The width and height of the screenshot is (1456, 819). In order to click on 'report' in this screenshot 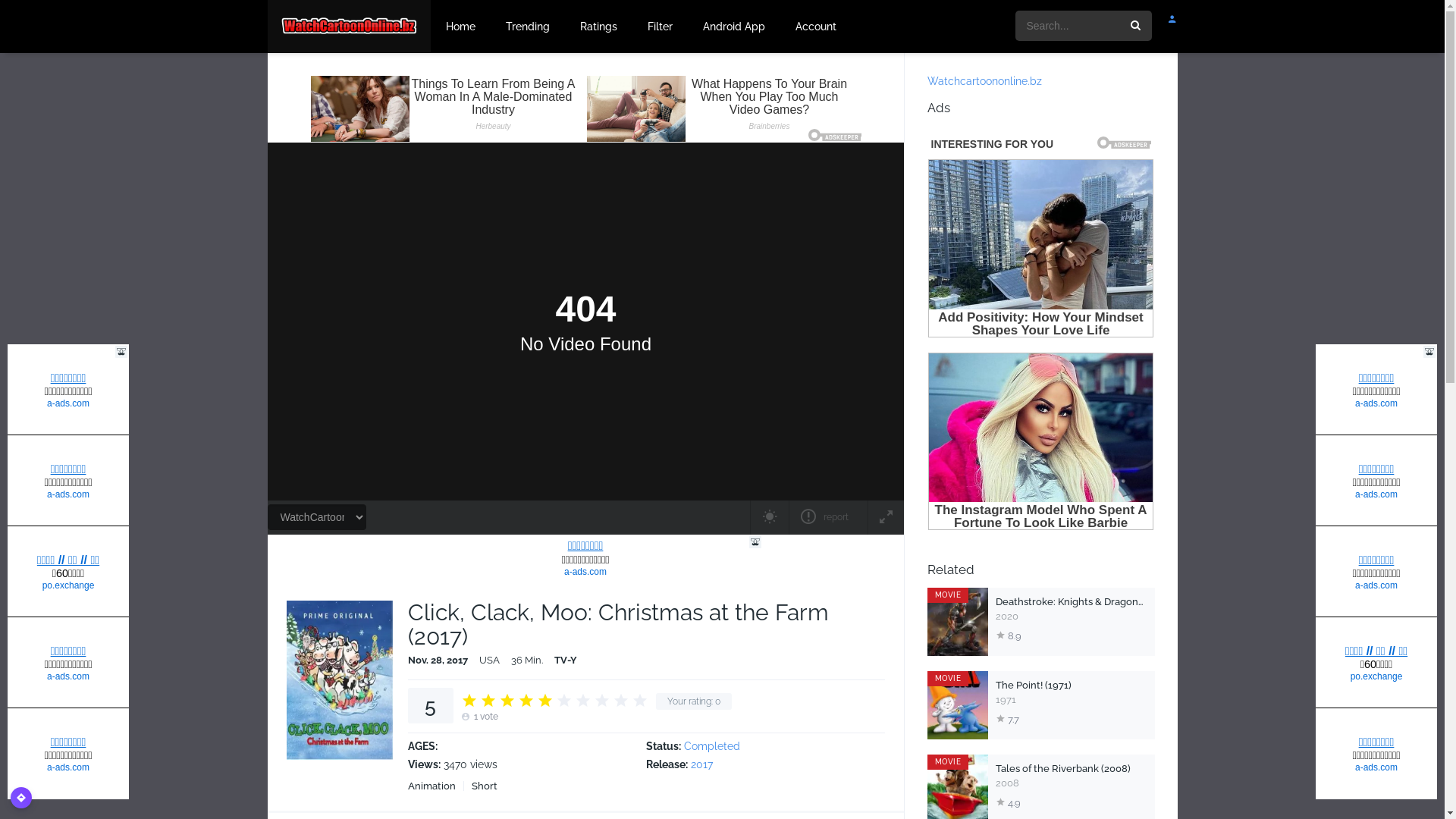, I will do `click(827, 516)`.